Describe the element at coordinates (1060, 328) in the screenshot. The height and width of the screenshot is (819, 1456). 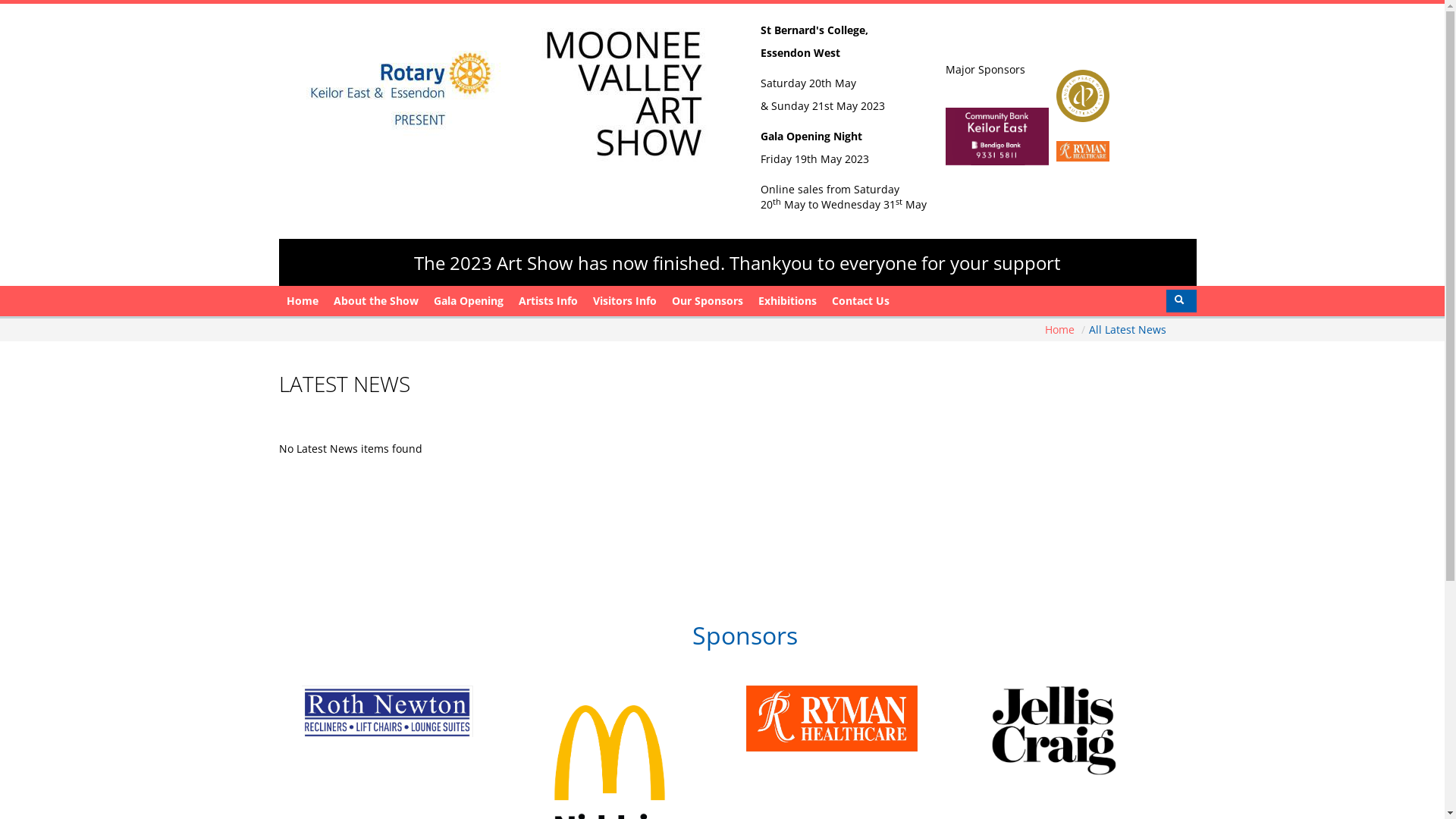
I see `'Home'` at that location.